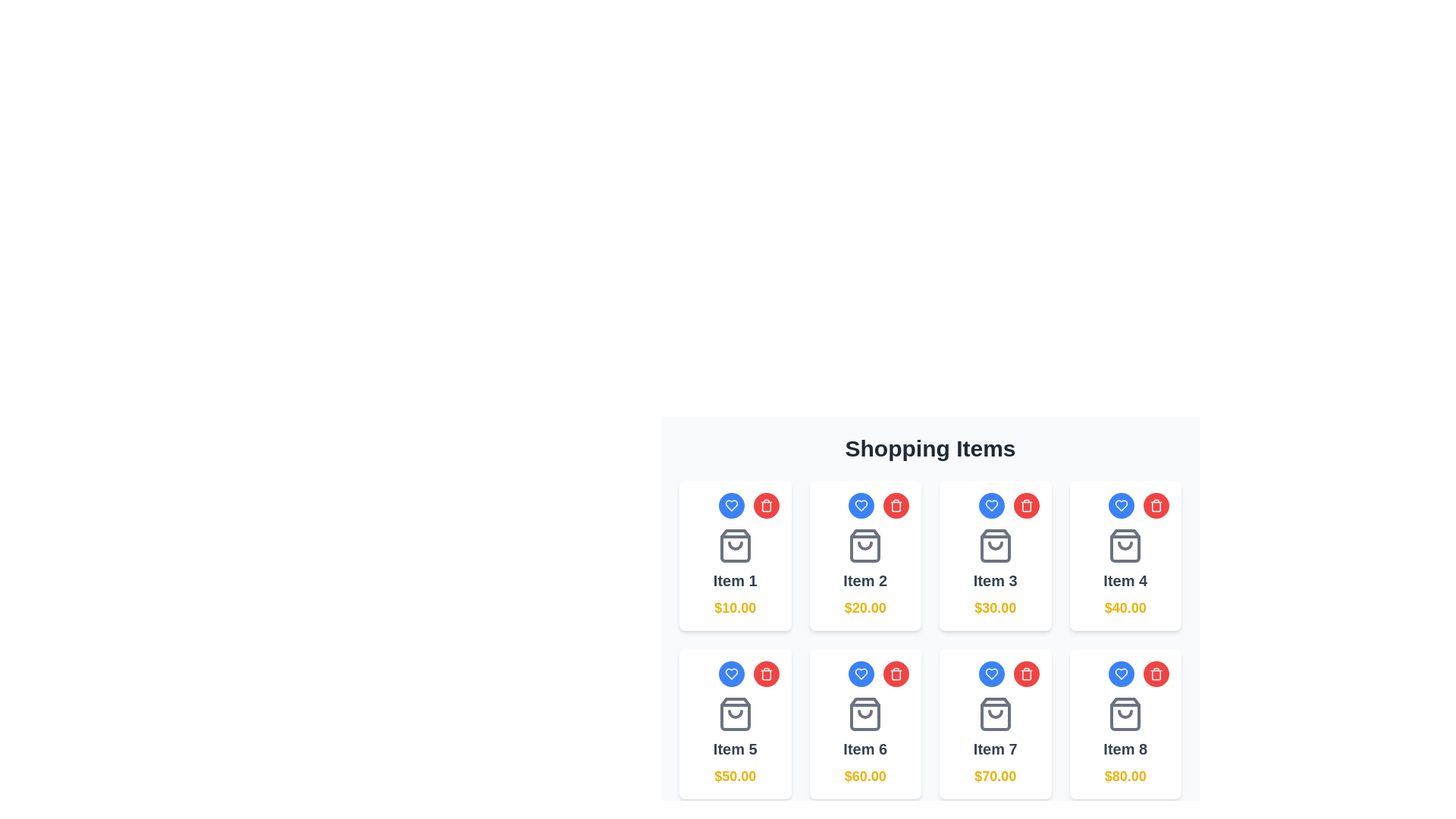 Image resolution: width=1456 pixels, height=819 pixels. I want to click on the text label that serves as the title for the product 'Item 7', which is centrally placed within its card in the second row, second column of the grid layout, so click(995, 748).